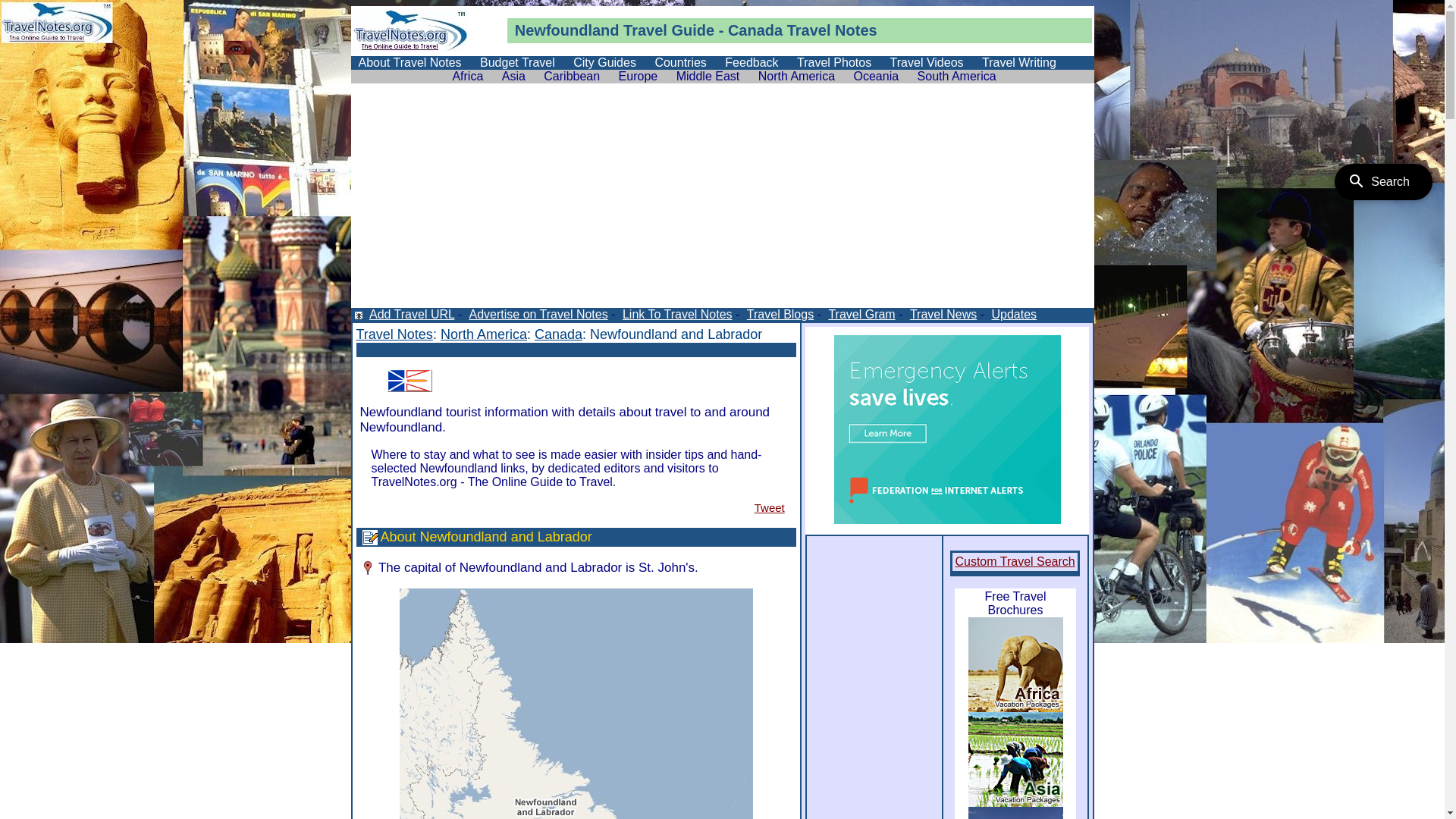 This screenshot has height=819, width=1456. What do you see at coordinates (1019, 61) in the screenshot?
I see `'Travel Writing'` at bounding box center [1019, 61].